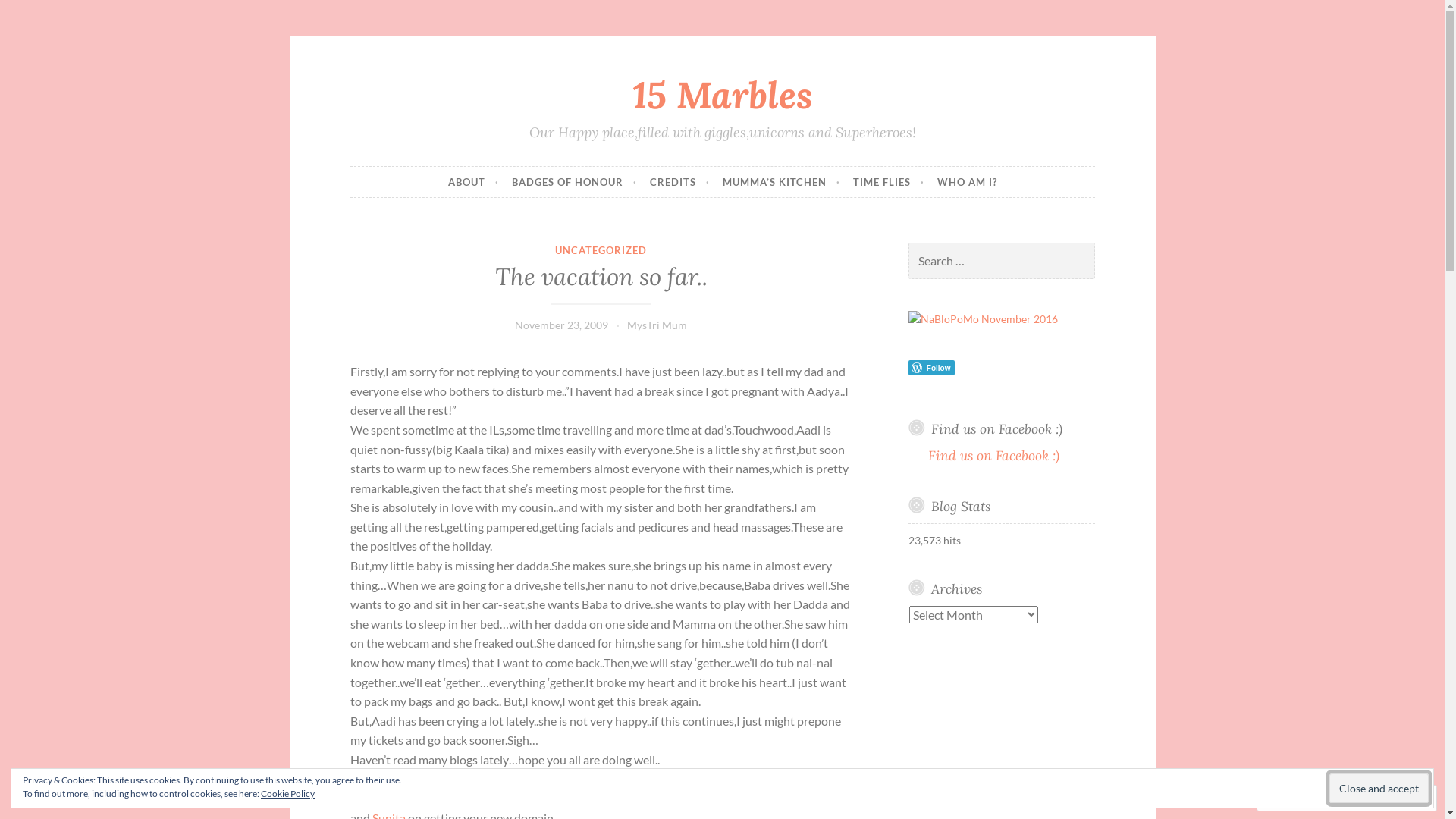  Describe the element at coordinates (937, 180) in the screenshot. I see `'WHO AM I?'` at that location.